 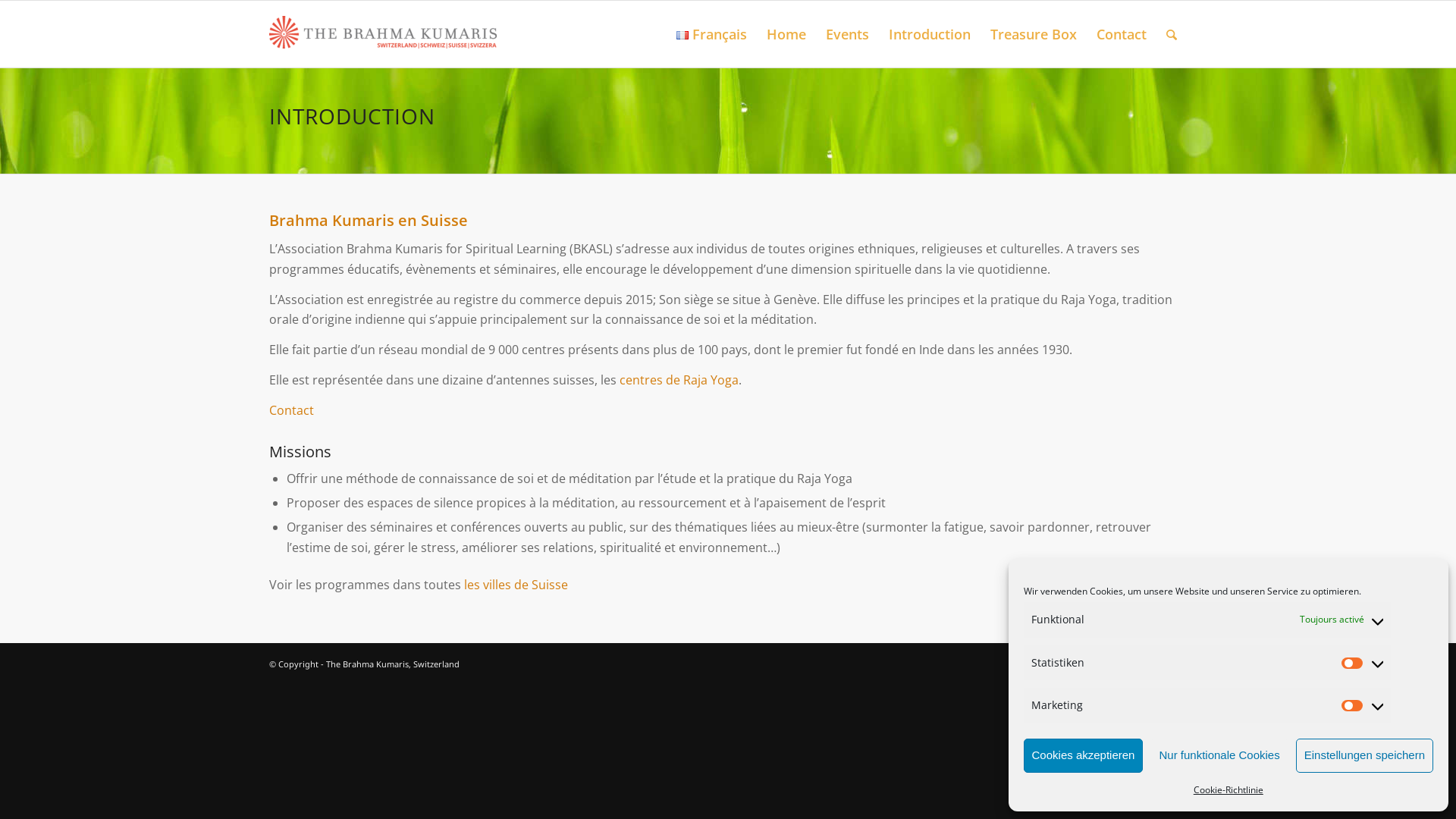 I want to click on 'Cookie-Richtlinie', so click(x=1193, y=789).